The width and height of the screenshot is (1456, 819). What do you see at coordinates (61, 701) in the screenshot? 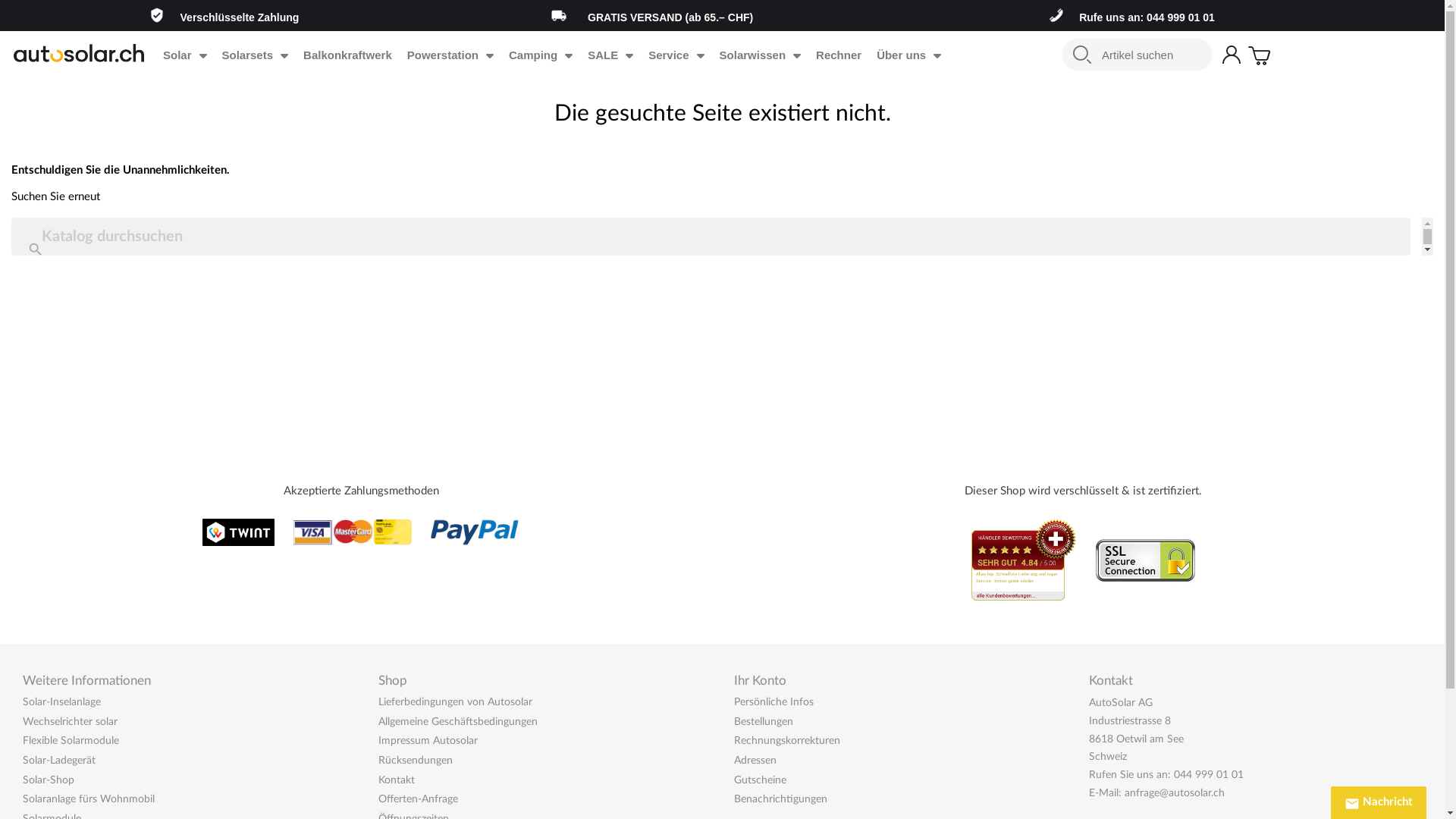
I see `'Solar-Inselanlage'` at bounding box center [61, 701].